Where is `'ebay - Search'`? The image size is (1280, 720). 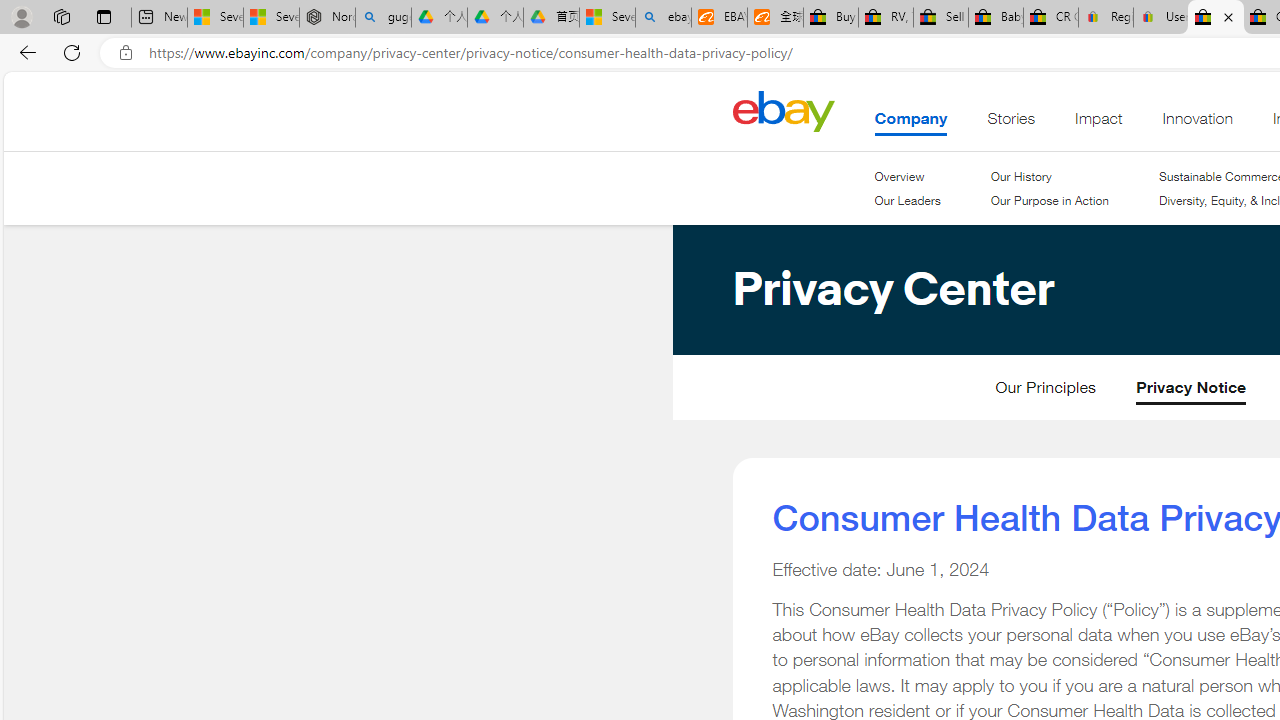 'ebay - Search' is located at coordinates (663, 17).